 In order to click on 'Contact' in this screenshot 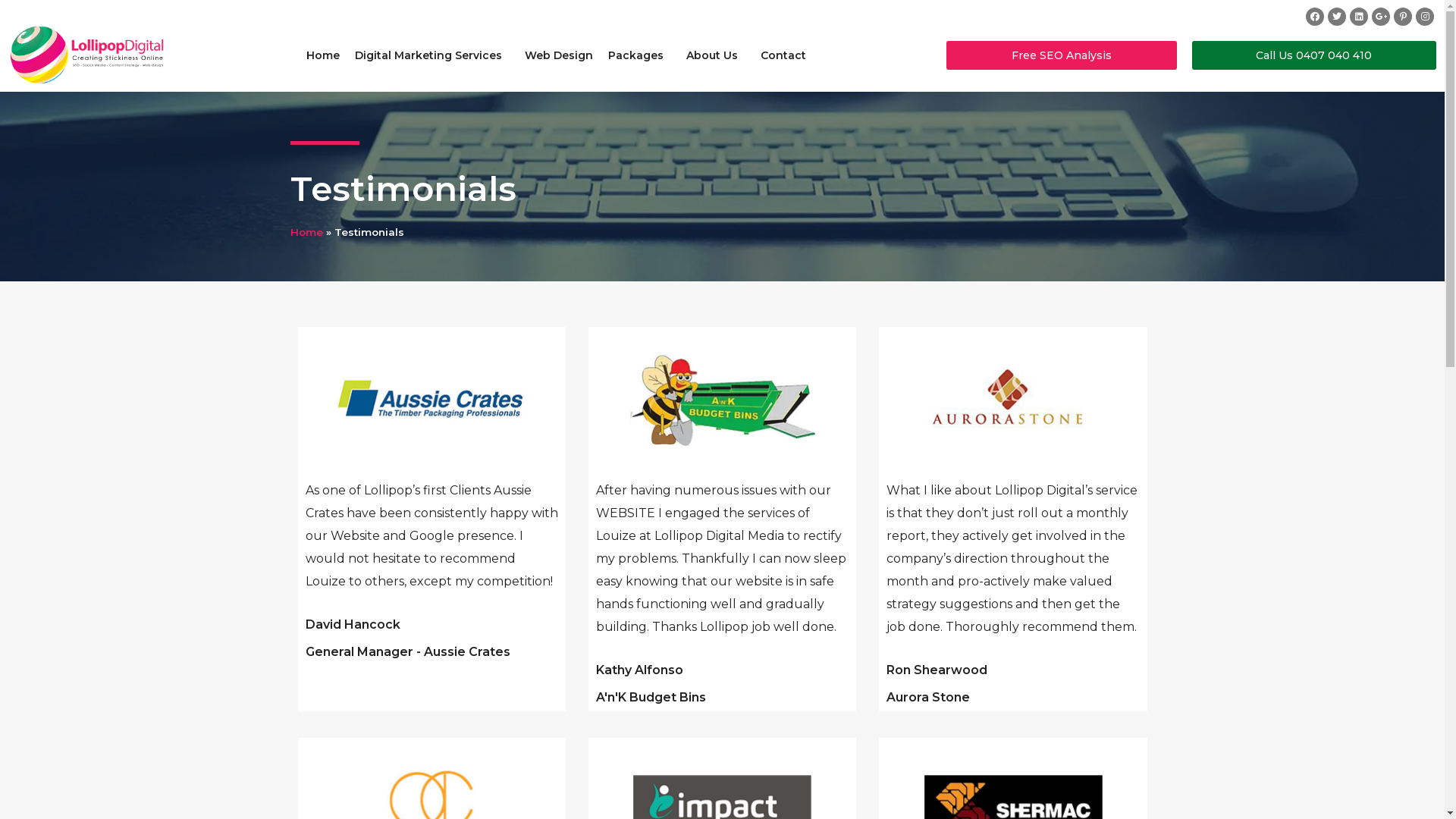, I will do `click(753, 55)`.